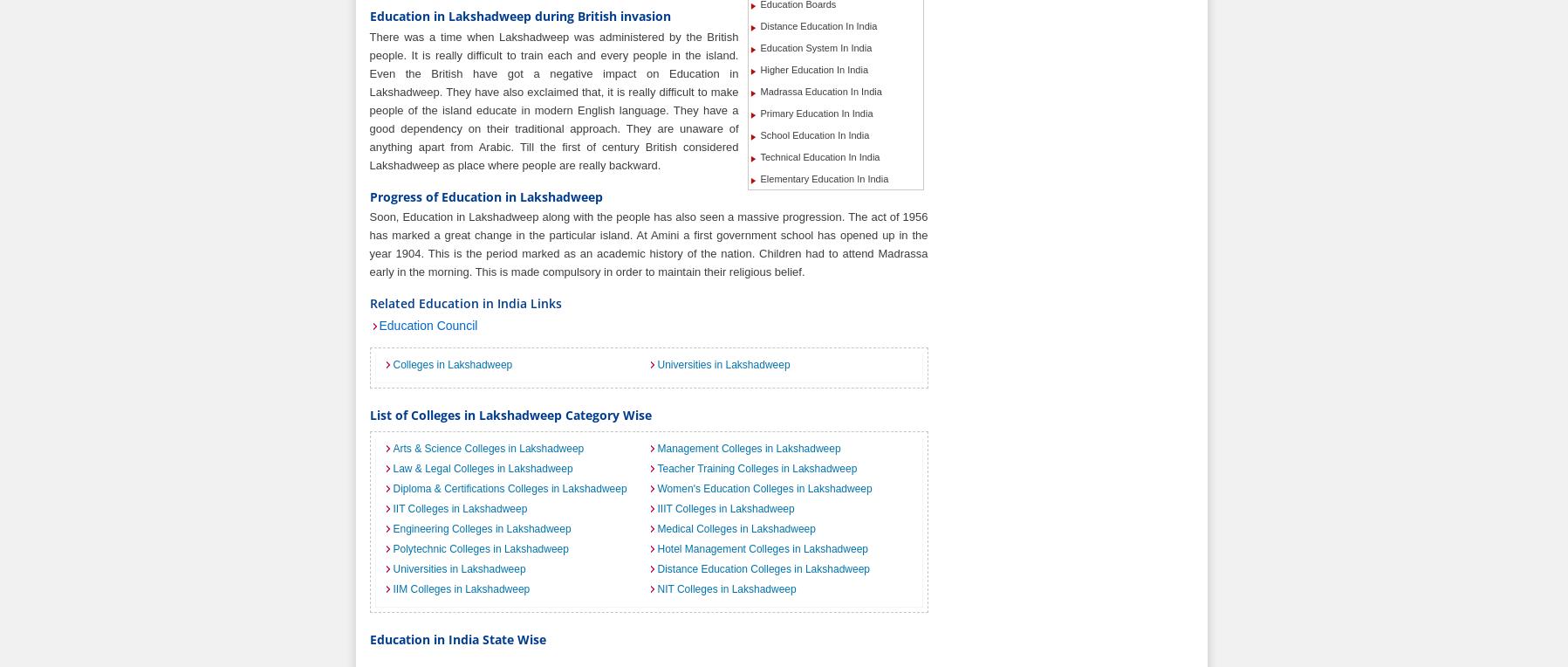  What do you see at coordinates (815, 48) in the screenshot?
I see `'Education System In India'` at bounding box center [815, 48].